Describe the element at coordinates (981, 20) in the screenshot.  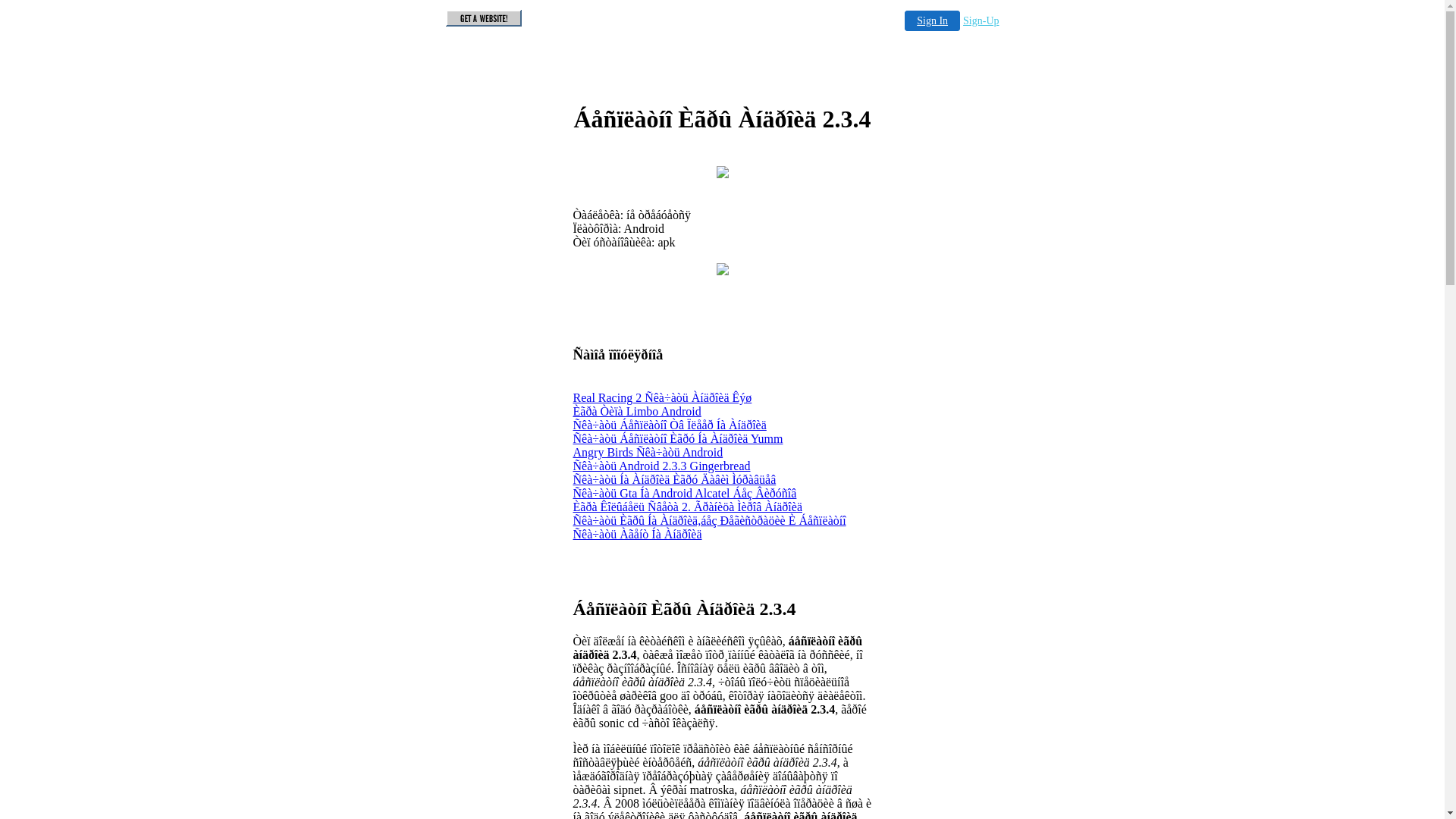
I see `'Sign-Up'` at that location.